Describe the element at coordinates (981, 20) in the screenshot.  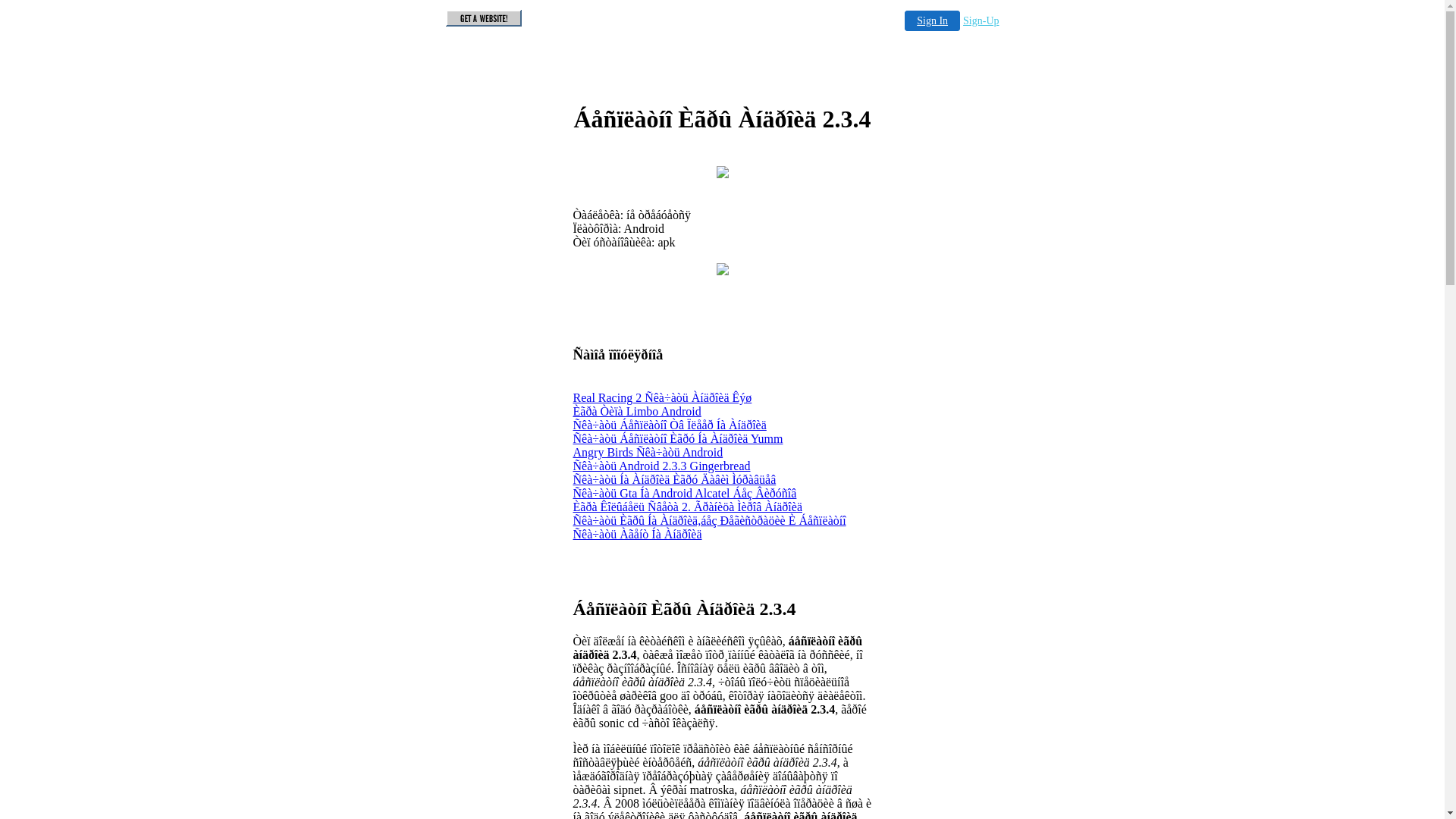
I see `'Sign-Up'` at that location.